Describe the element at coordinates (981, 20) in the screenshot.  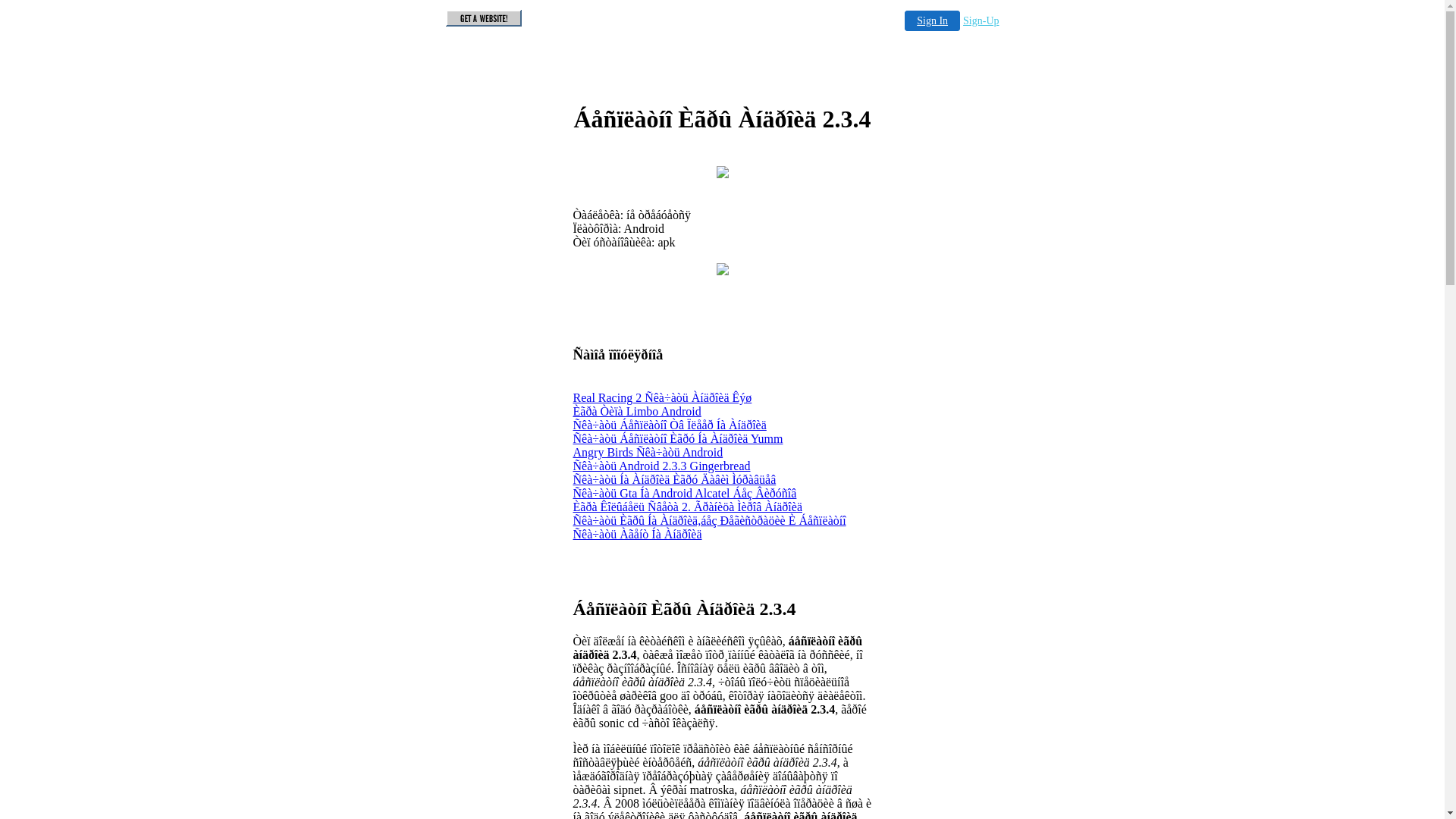
I see `'Sign-Up'` at that location.